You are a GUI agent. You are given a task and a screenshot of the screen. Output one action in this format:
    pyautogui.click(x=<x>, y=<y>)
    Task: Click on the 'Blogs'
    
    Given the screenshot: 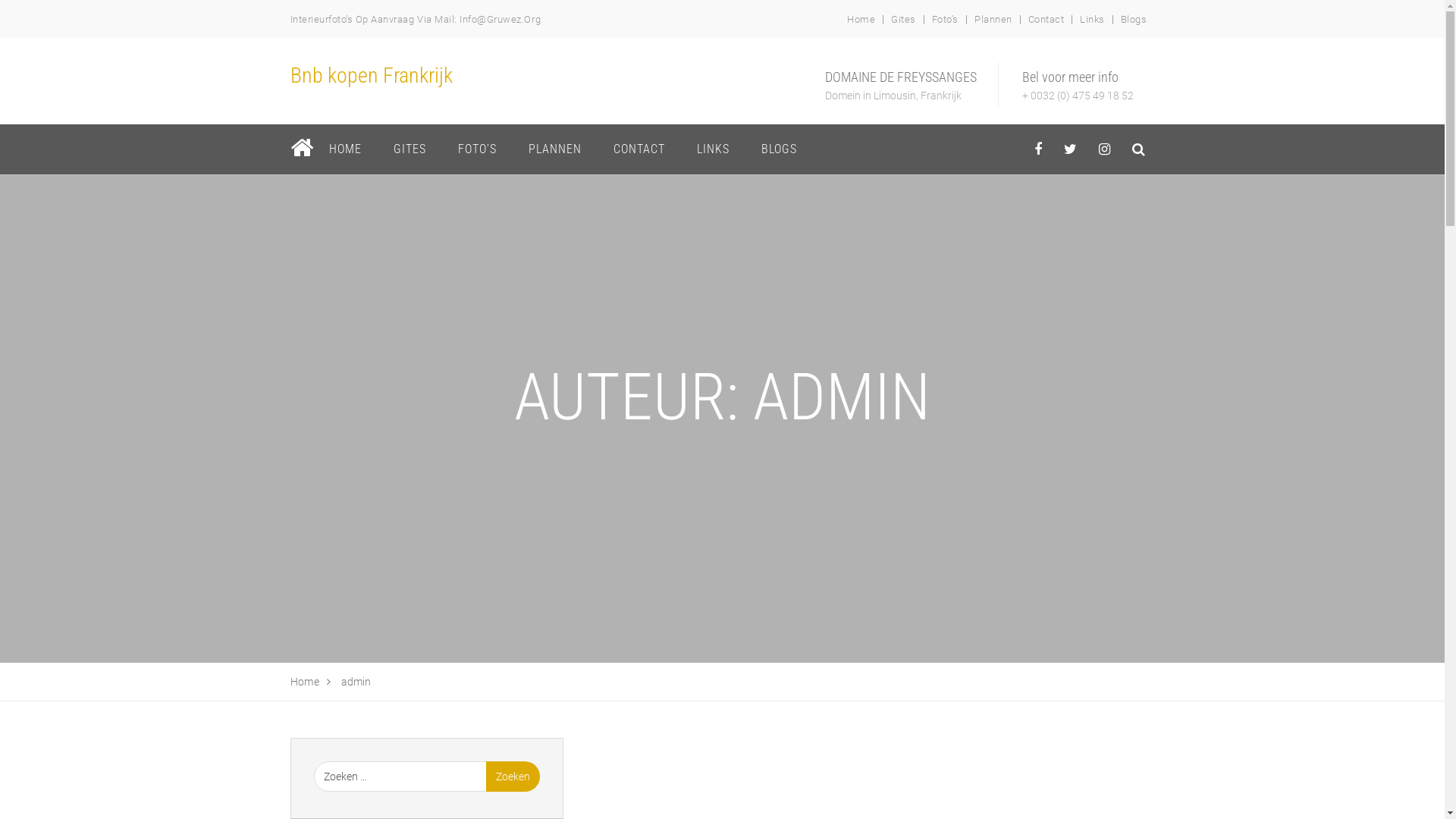 What is the action you would take?
    pyautogui.click(x=1134, y=19)
    